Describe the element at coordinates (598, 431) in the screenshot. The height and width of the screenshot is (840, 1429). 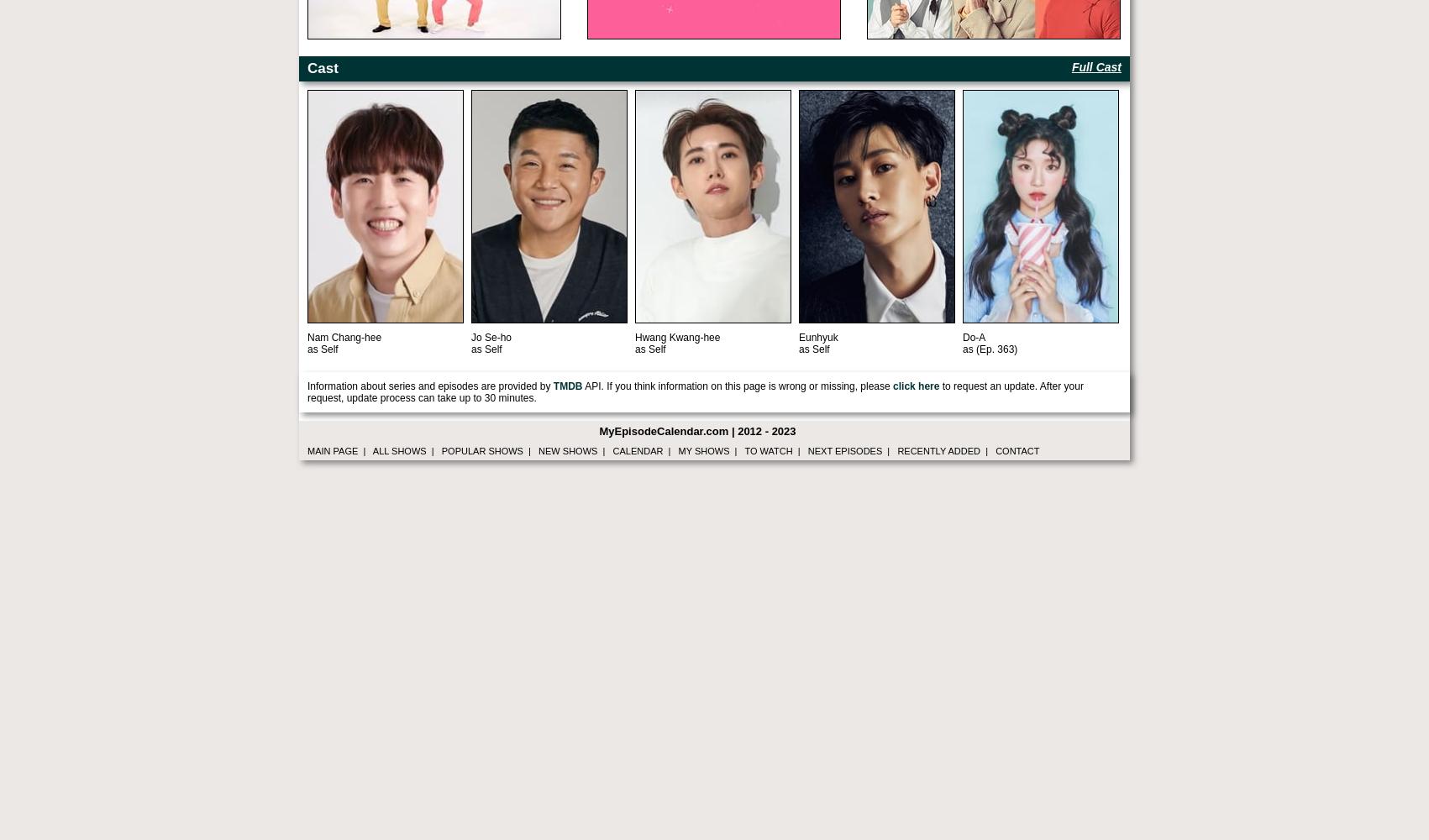
I see `'MyEpisodeCalendar.com | 2012 - 2023'` at that location.